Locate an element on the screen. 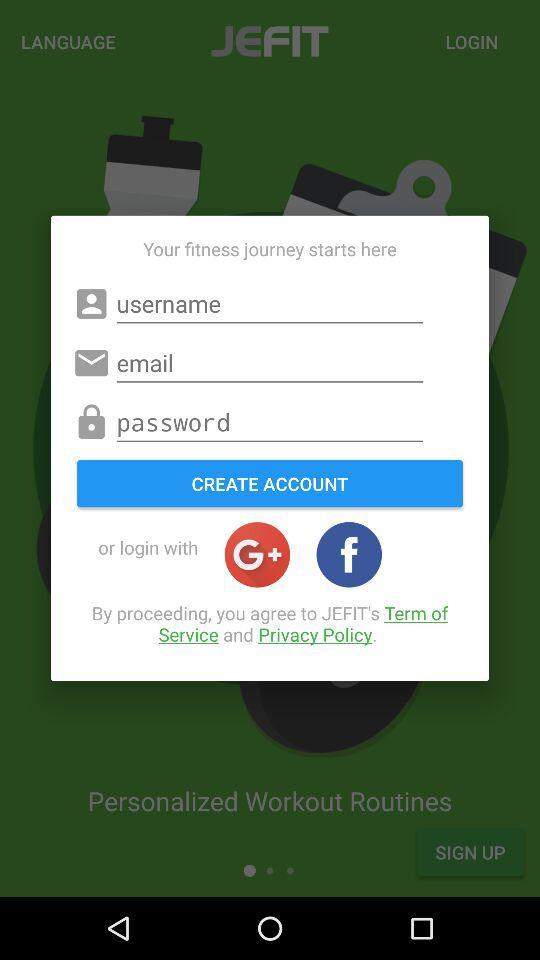  the password here is located at coordinates (270, 422).